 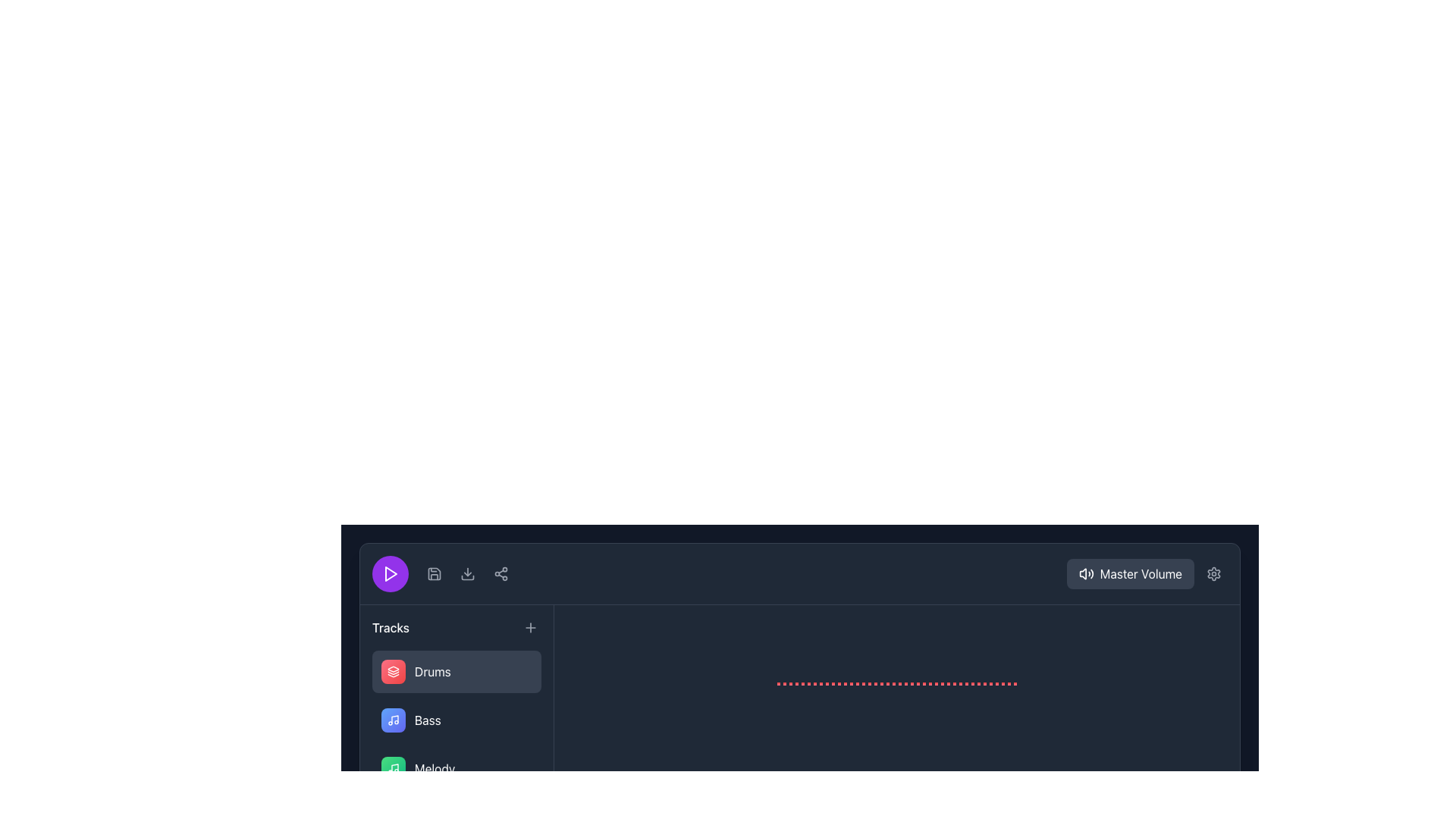 I want to click on adjacent elements based on the Text label displaying 'Bass' in white text, positioned below the track titled 'Drums' in the sidebar of the music application, so click(x=427, y=719).